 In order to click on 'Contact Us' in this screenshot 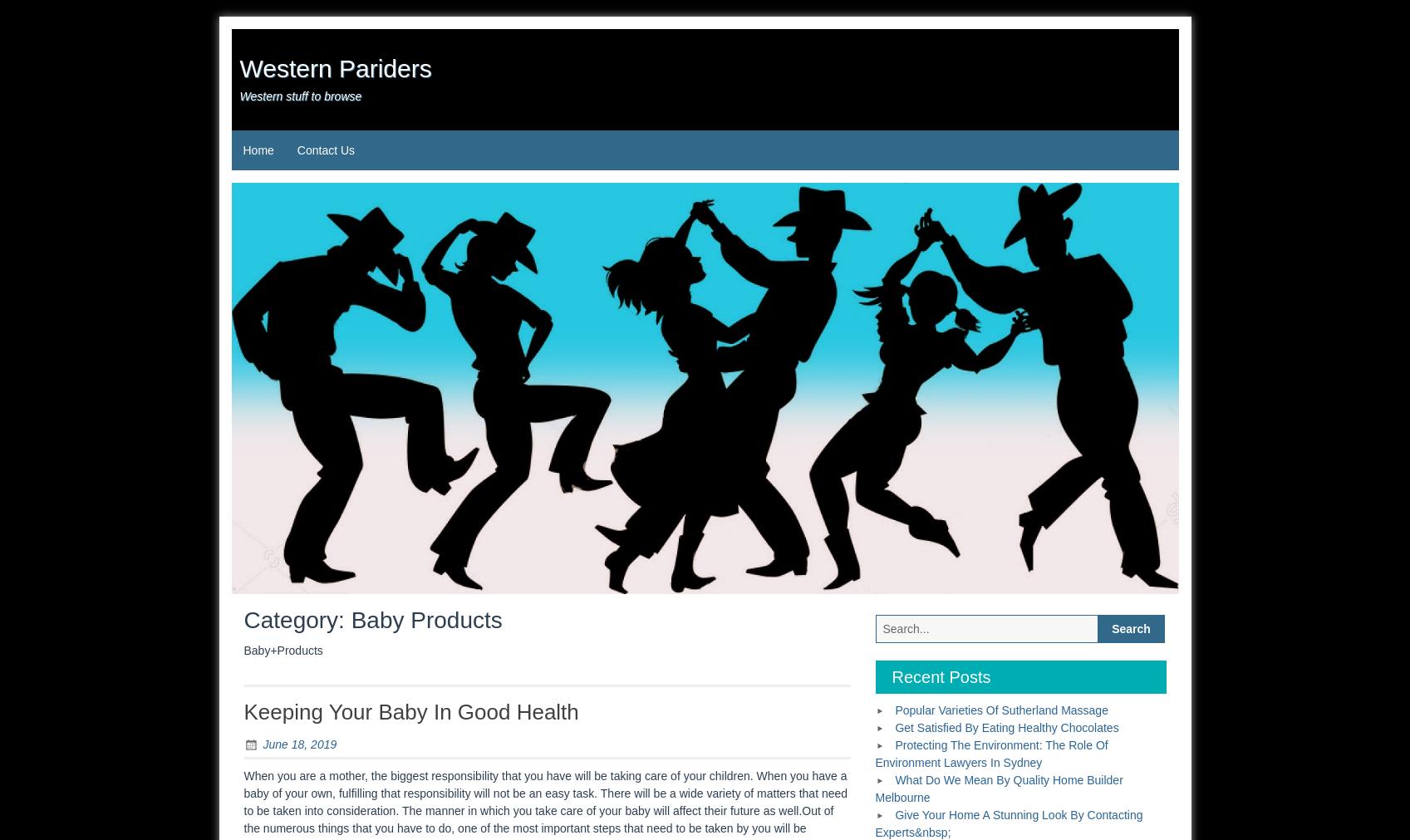, I will do `click(325, 150)`.